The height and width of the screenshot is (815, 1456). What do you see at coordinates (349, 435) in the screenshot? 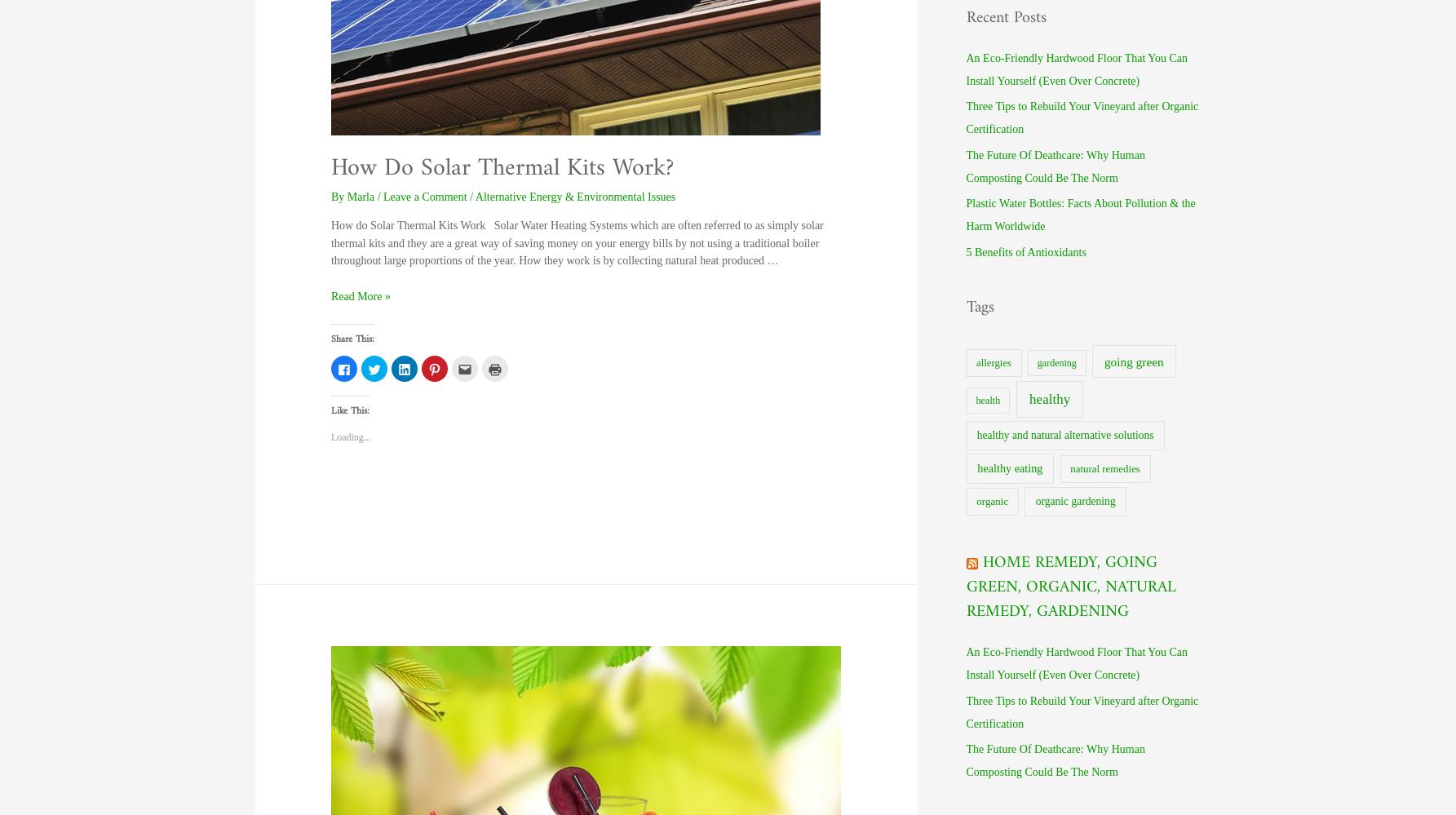
I see `'Loading...'` at bounding box center [349, 435].